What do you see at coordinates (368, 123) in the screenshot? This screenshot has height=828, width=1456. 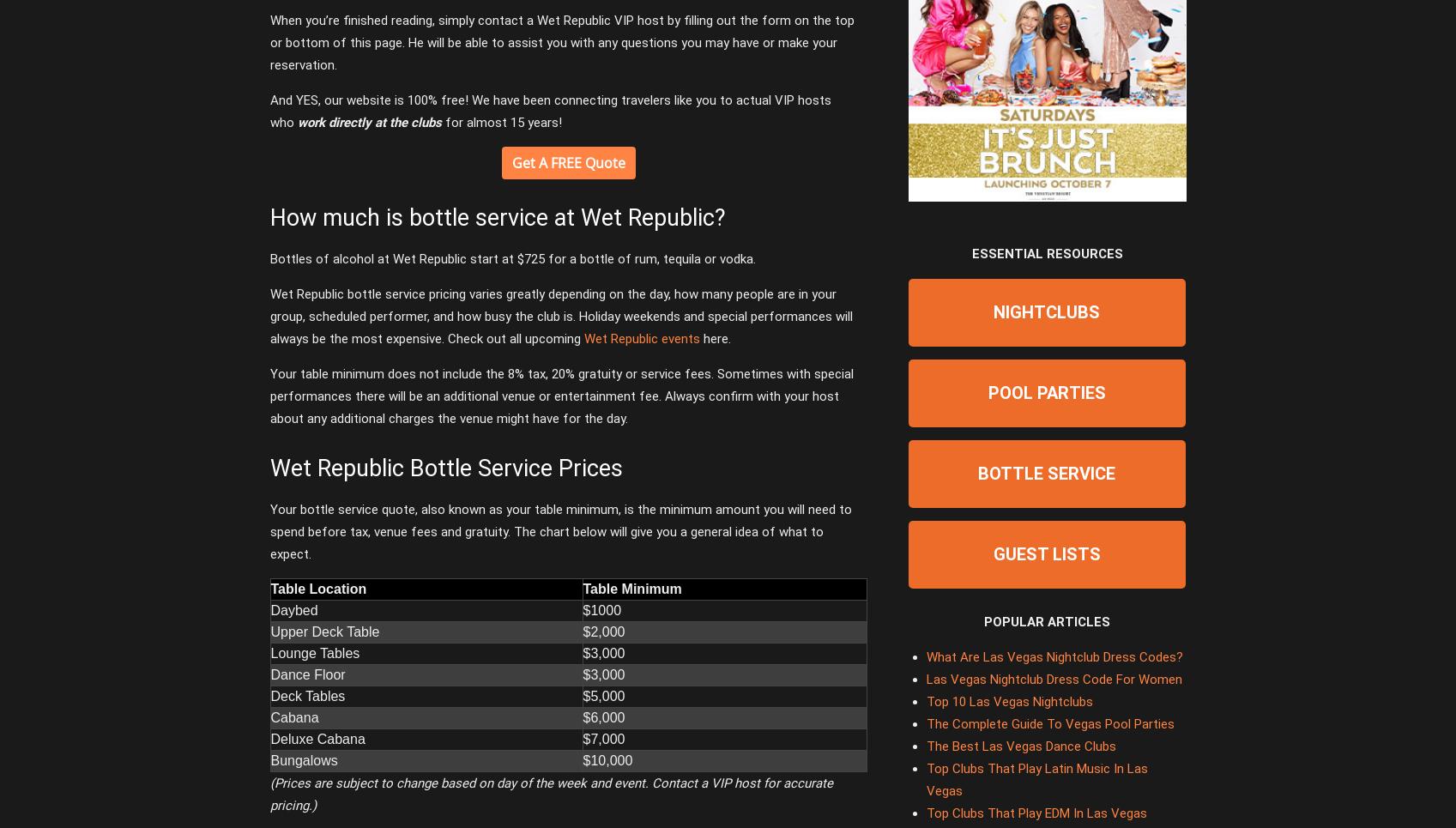 I see `'work directly at the clubs'` at bounding box center [368, 123].